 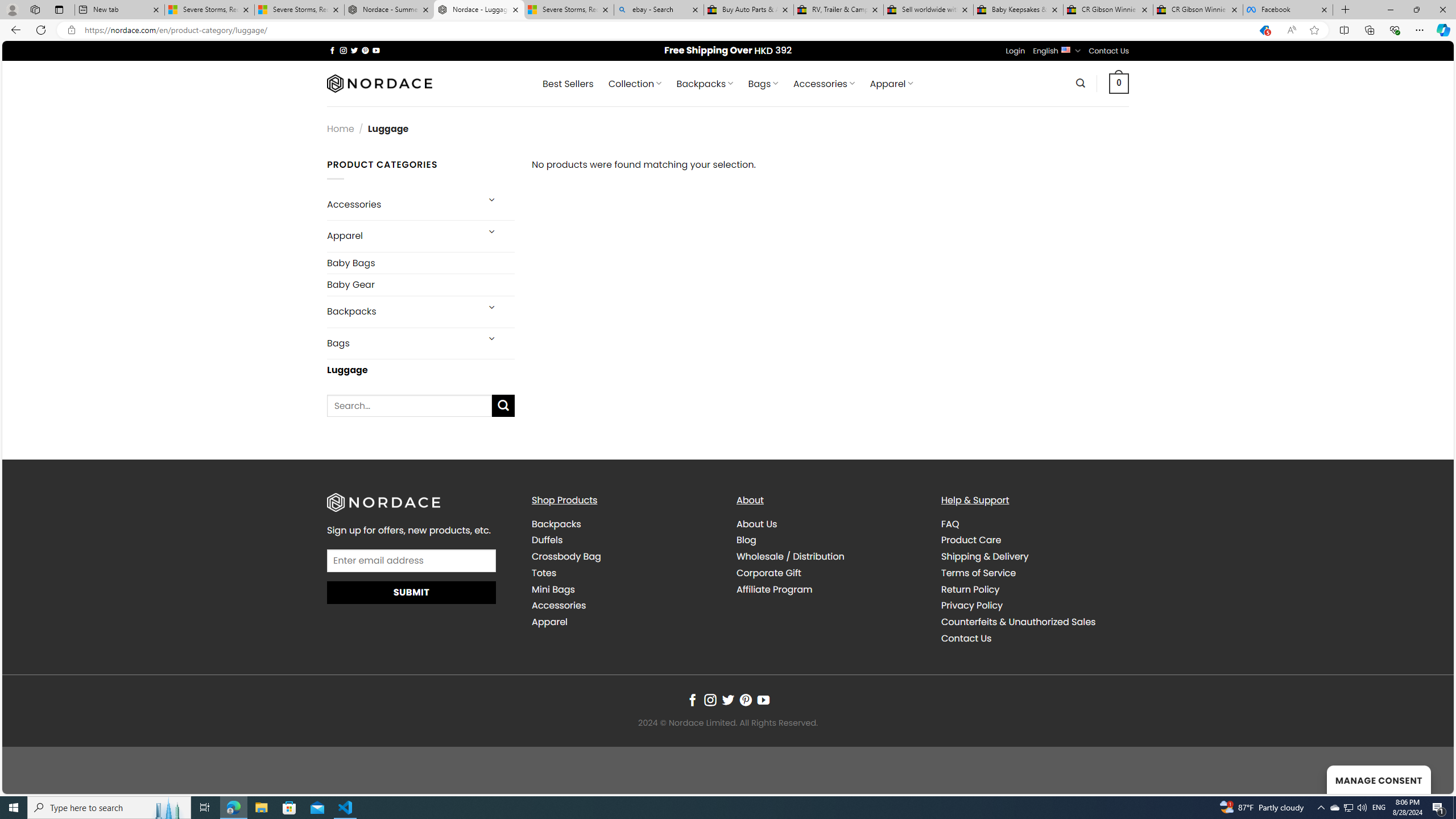 I want to click on 'New Tab', so click(x=1345, y=9).